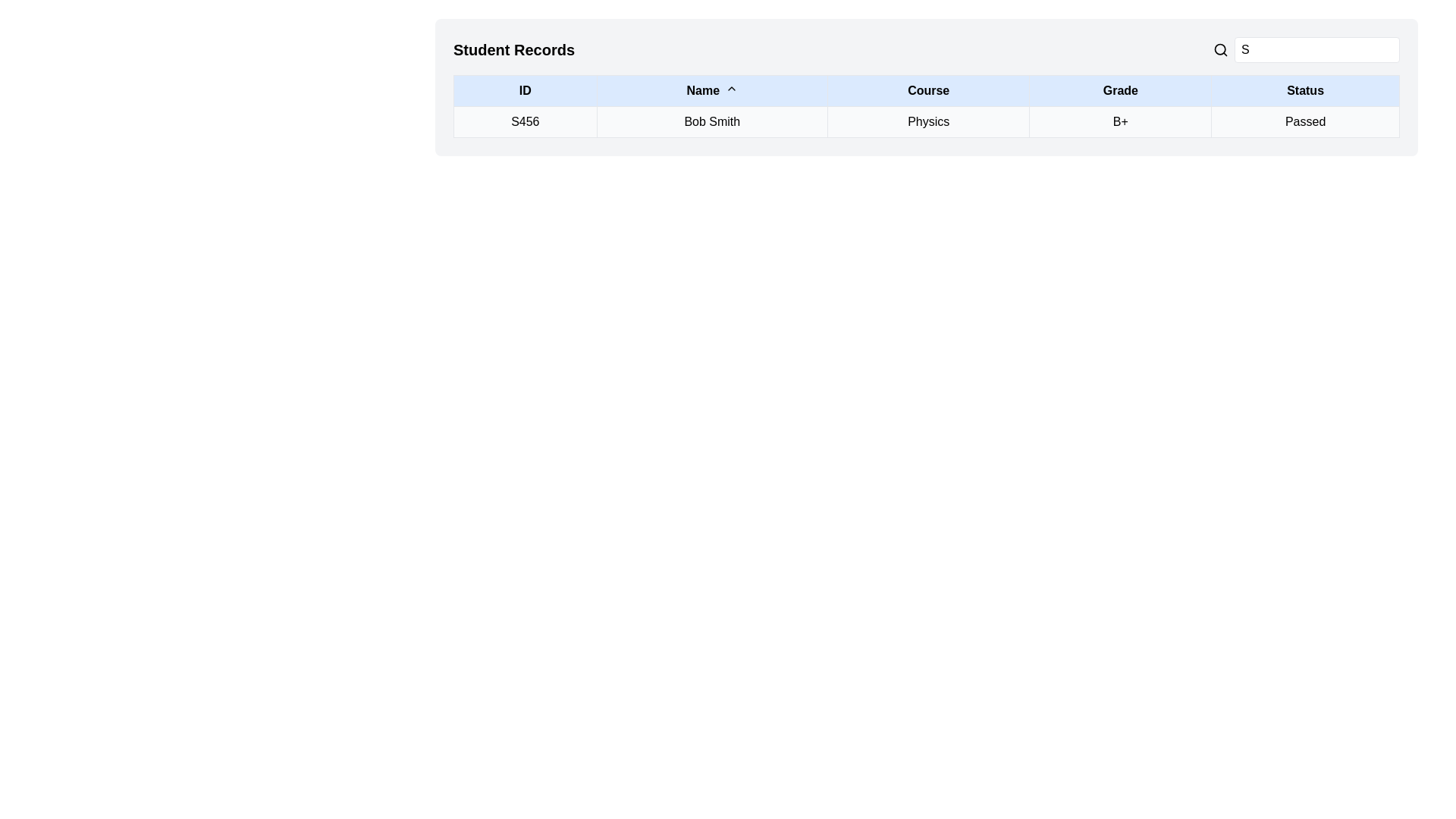 This screenshot has height=819, width=1456. Describe the element at coordinates (926, 90) in the screenshot. I see `the column header of the student records table` at that location.